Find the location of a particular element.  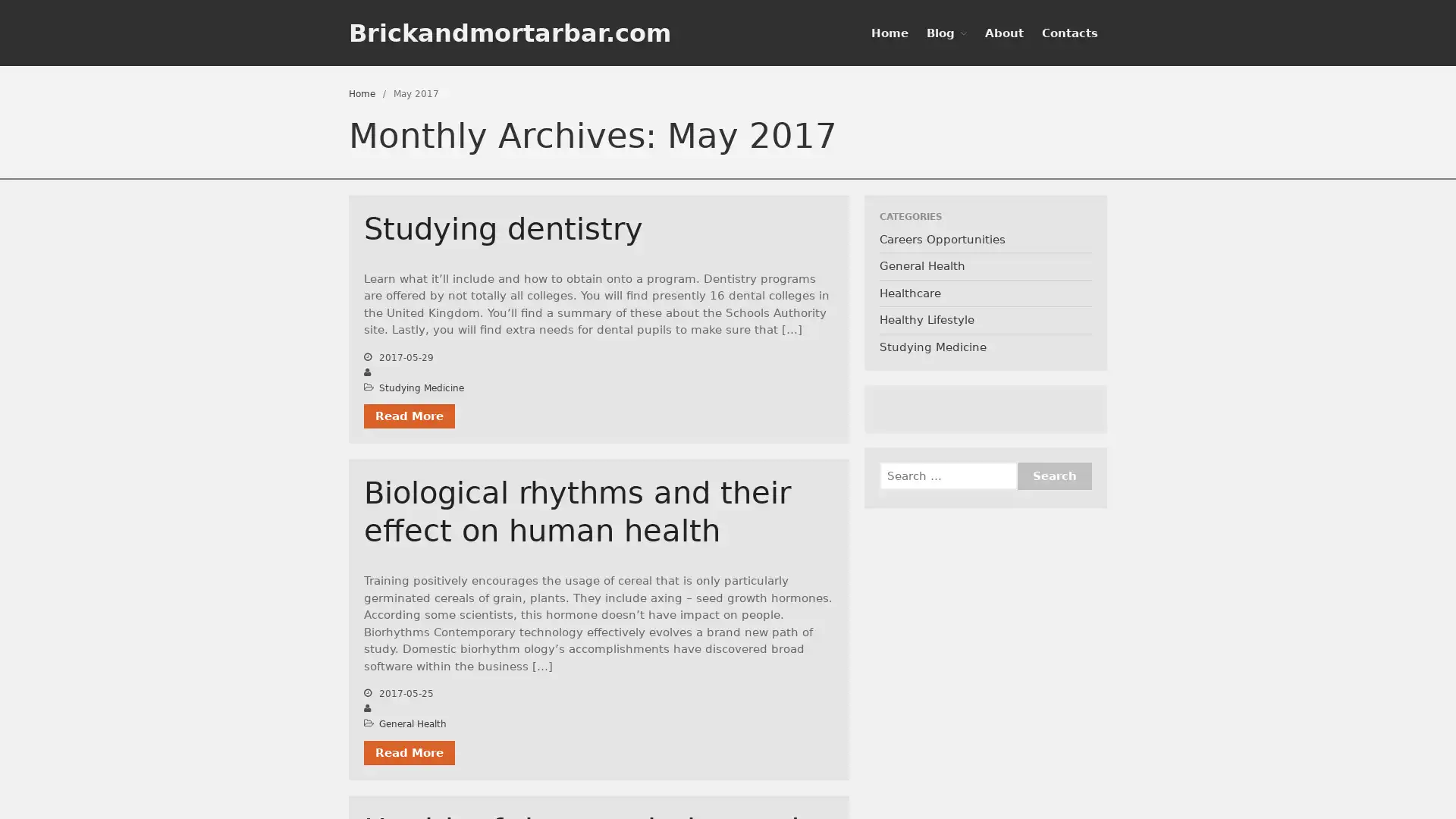

Search is located at coordinates (1053, 475).